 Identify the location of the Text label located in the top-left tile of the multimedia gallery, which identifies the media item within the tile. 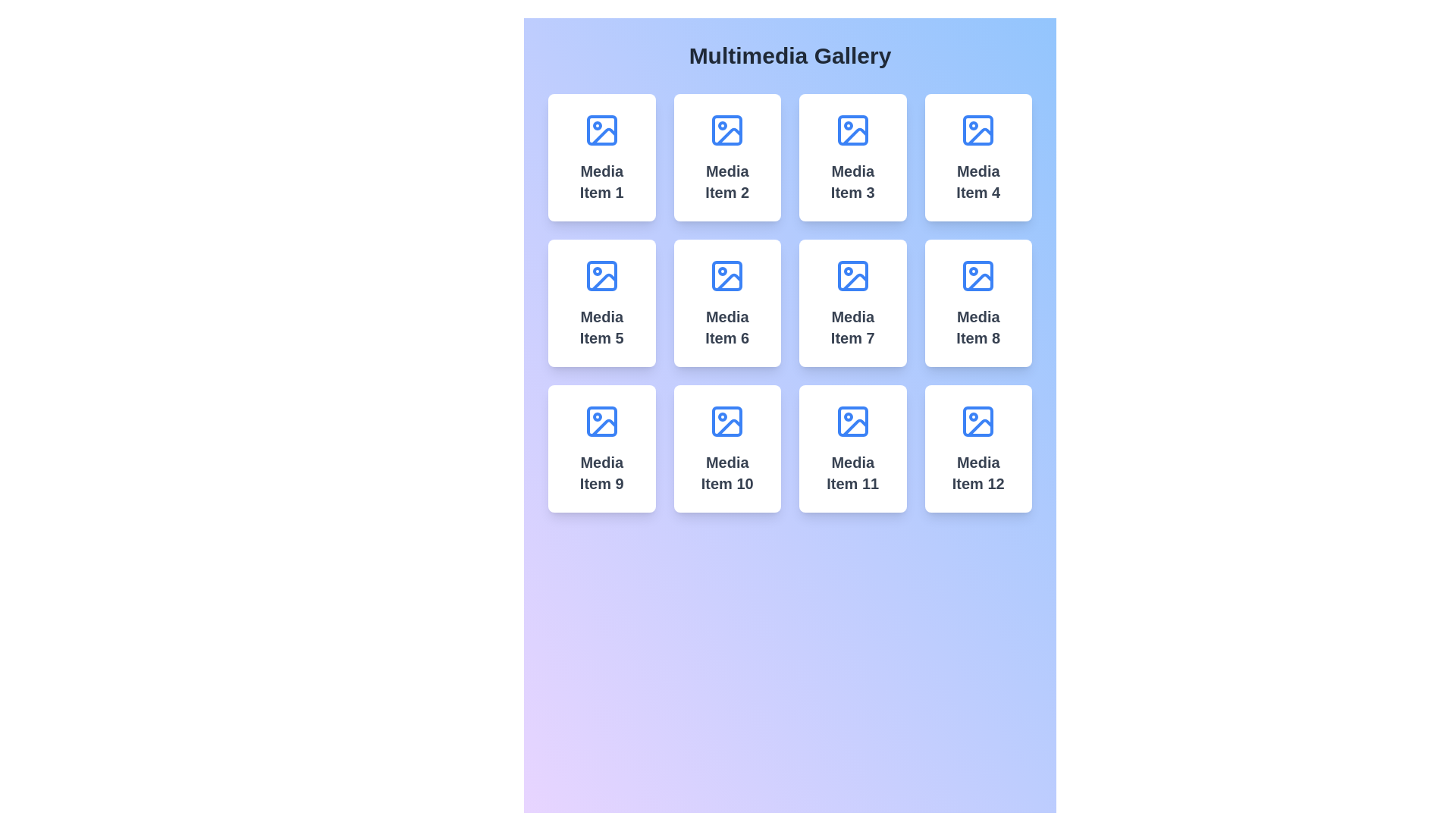
(601, 180).